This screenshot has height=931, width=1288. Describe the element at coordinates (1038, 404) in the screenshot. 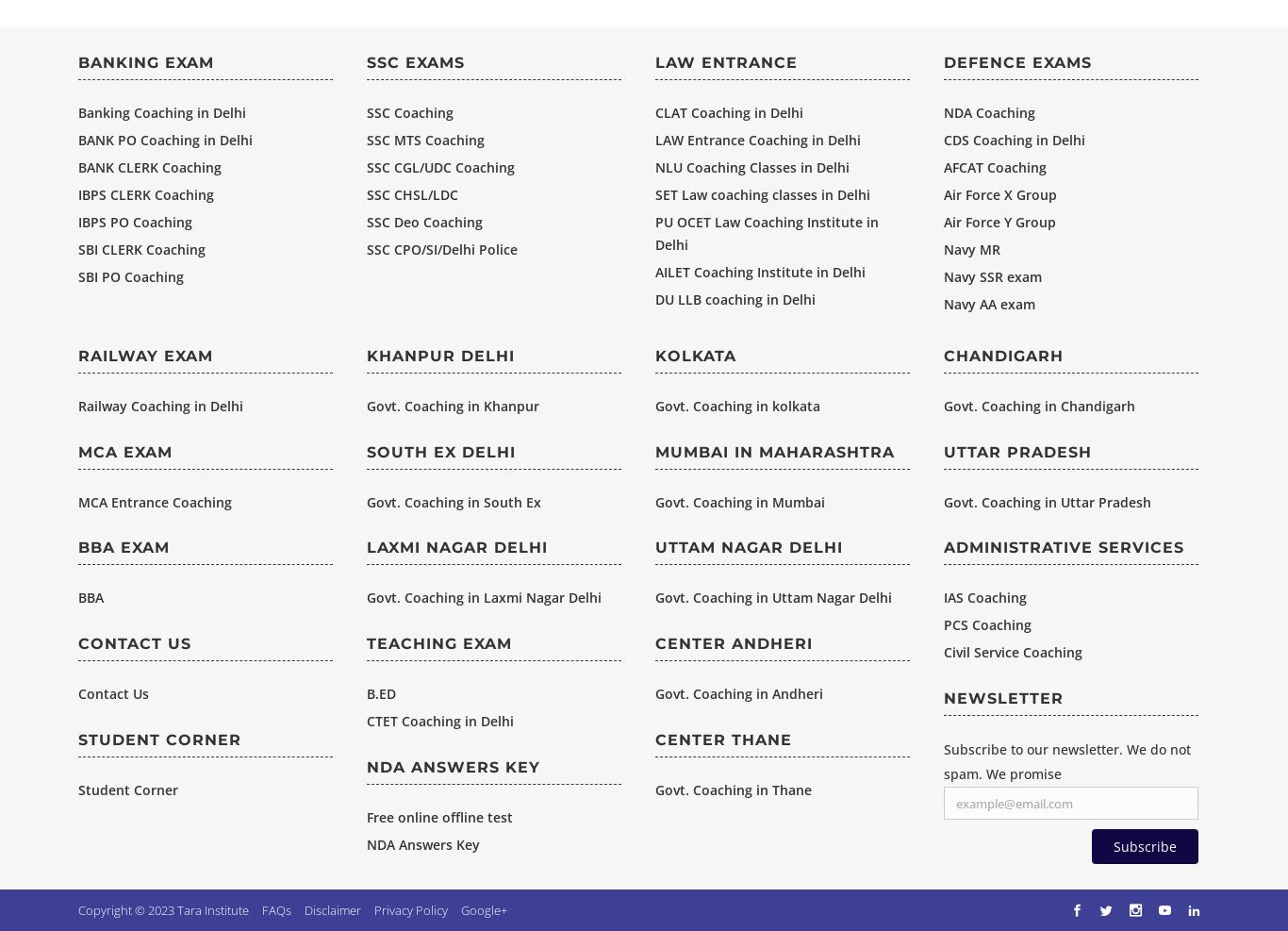

I see `'Govt. Coaching in Chandigarh'` at that location.